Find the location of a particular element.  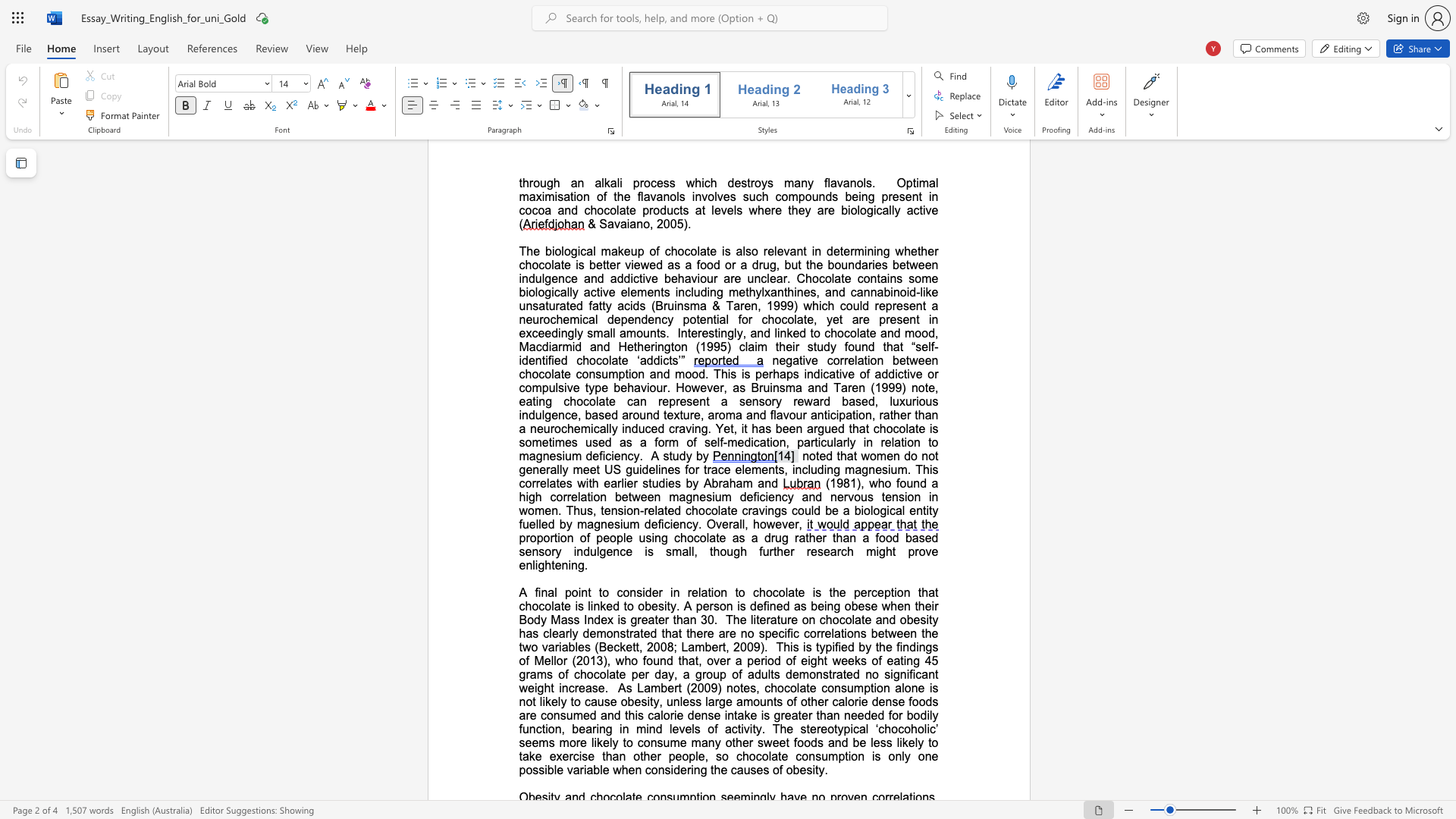

the subset text "wei" within the text "no significant weight increase" is located at coordinates (519, 688).